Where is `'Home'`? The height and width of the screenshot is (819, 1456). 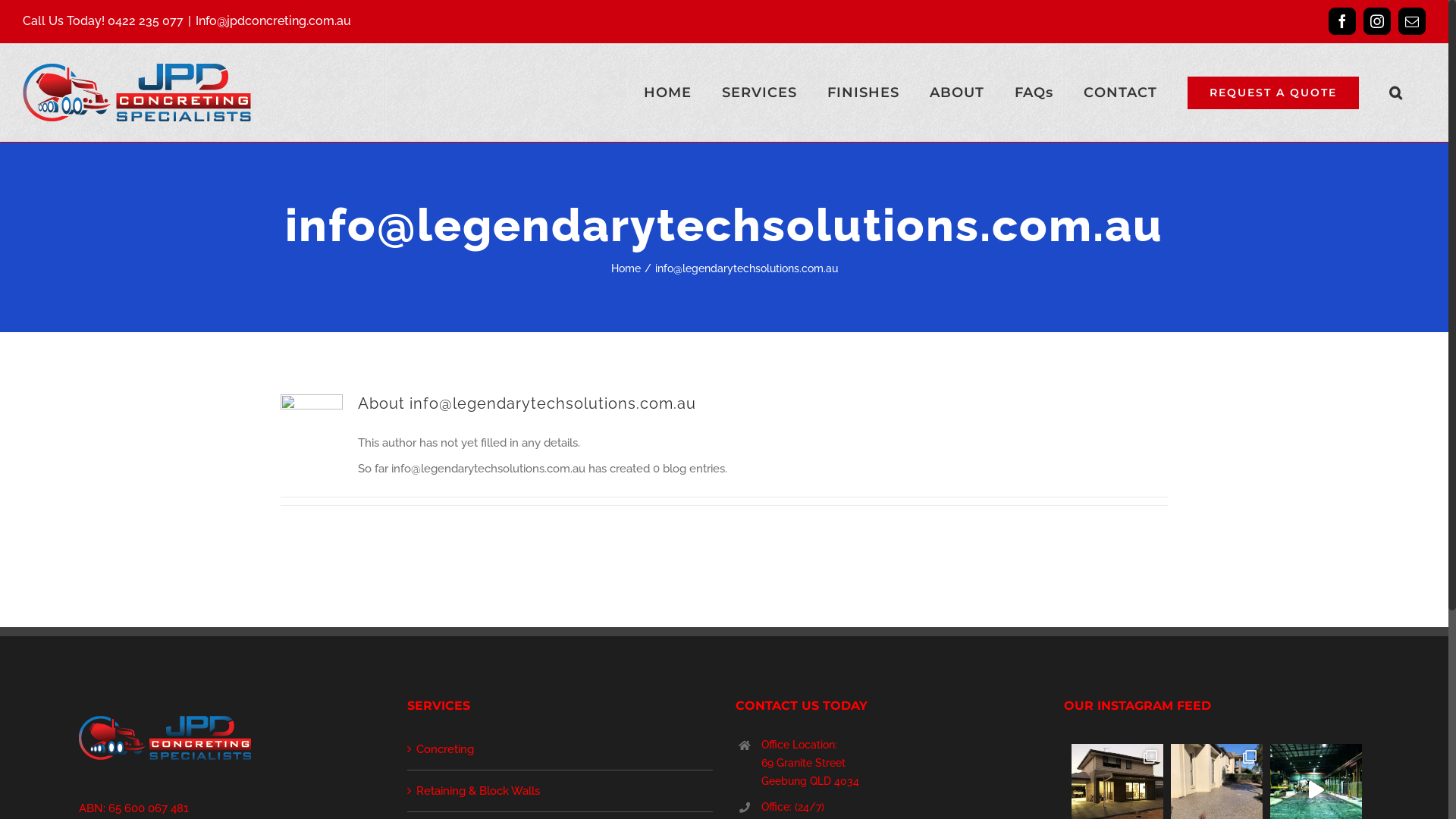 'Home' is located at coordinates (626, 268).